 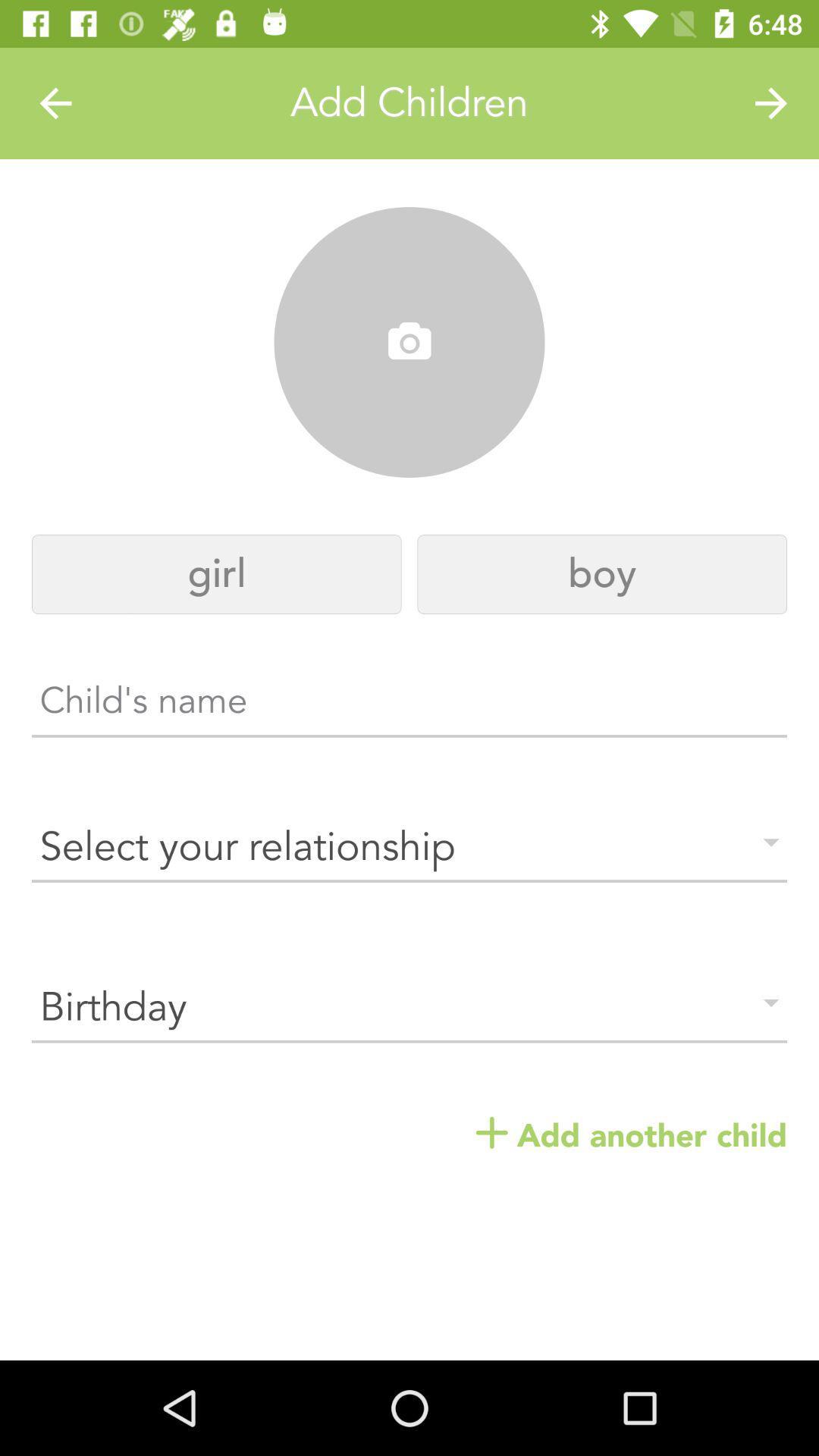 I want to click on the icon above the girl icon, so click(x=409, y=341).